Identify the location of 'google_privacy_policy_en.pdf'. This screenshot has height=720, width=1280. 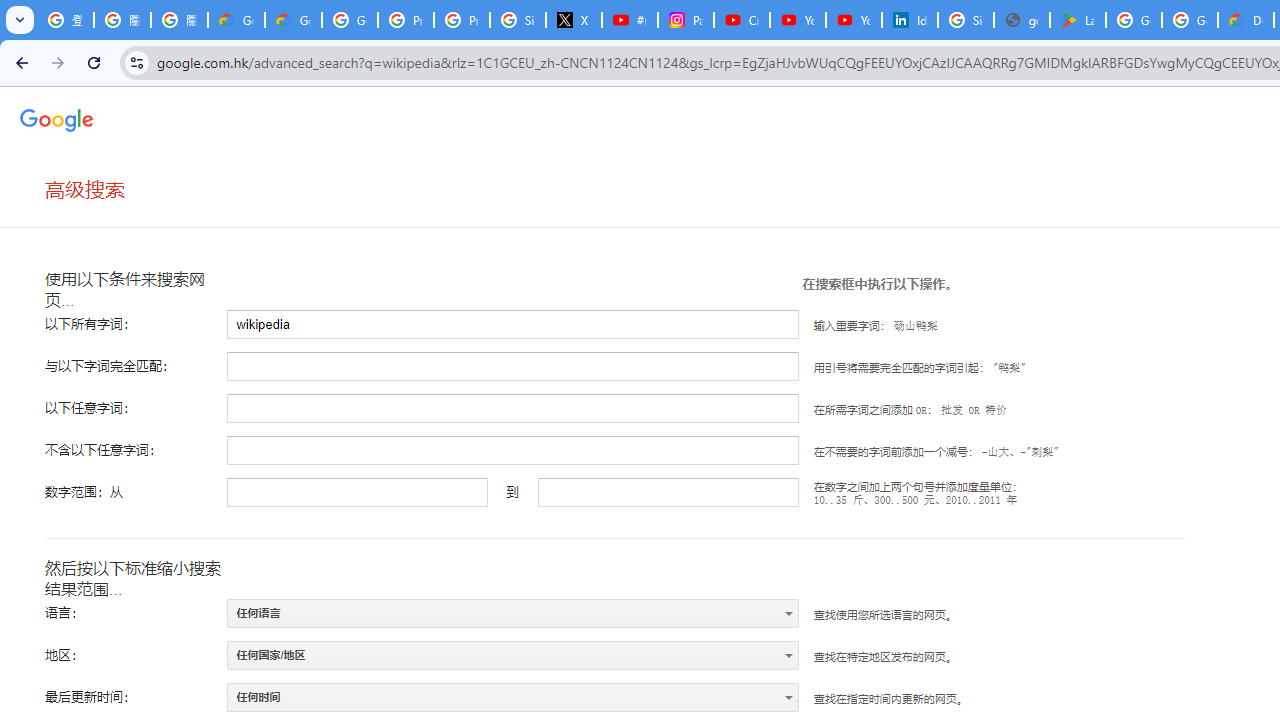
(1022, 20).